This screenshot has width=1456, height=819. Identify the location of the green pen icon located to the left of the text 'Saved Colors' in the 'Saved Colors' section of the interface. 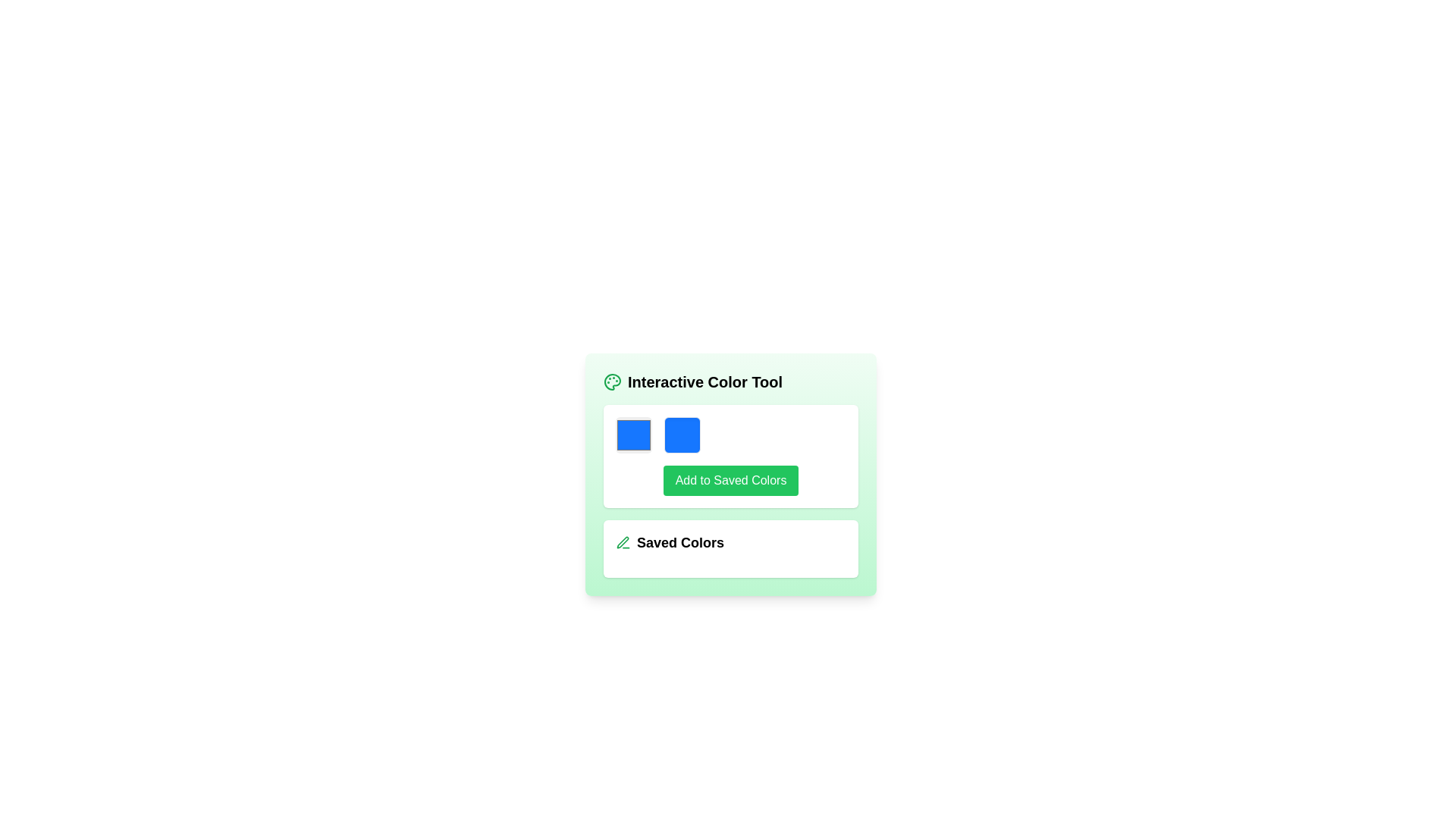
(623, 542).